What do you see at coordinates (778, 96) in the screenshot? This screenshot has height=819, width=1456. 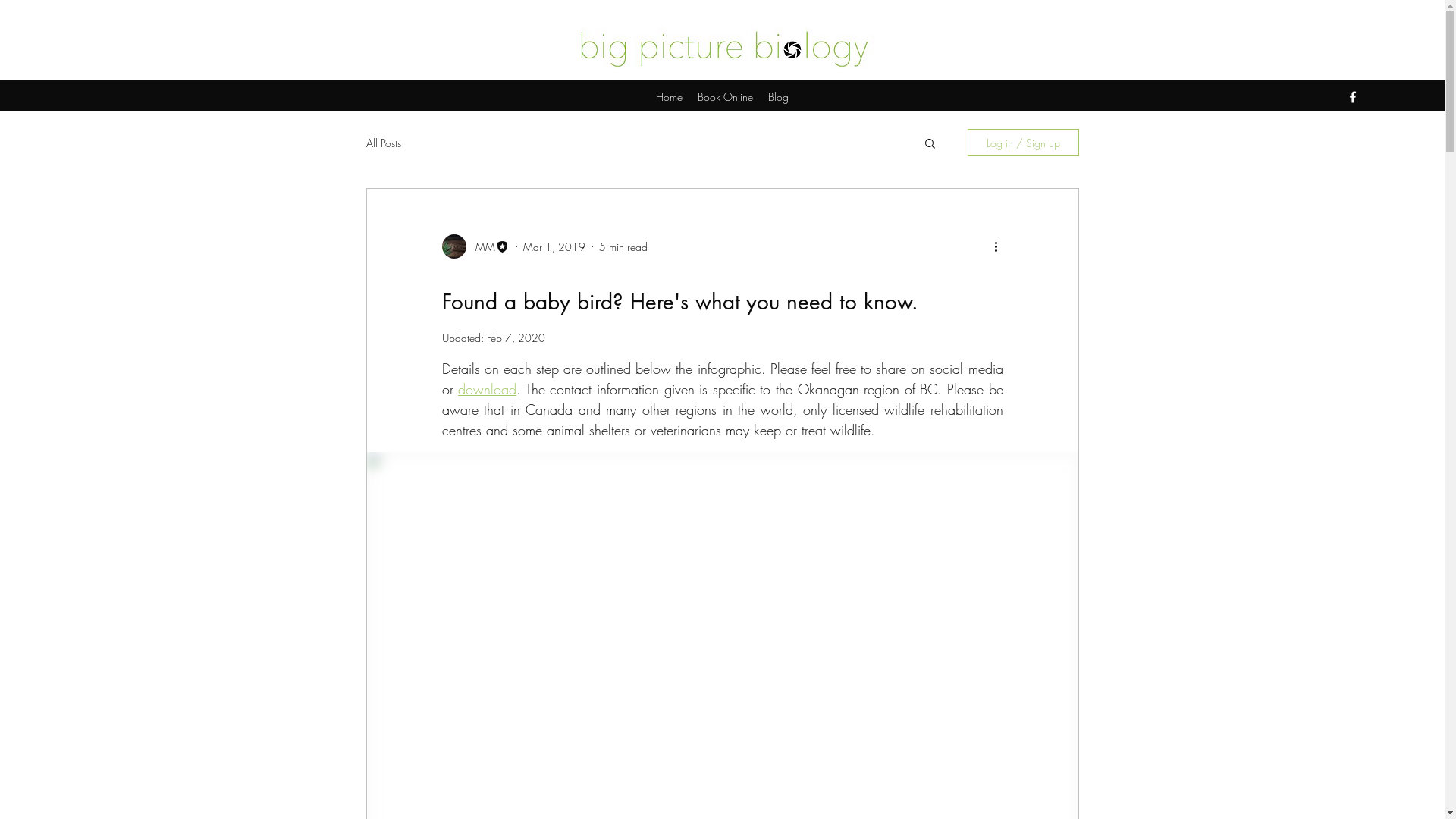 I see `'Blog'` at bounding box center [778, 96].